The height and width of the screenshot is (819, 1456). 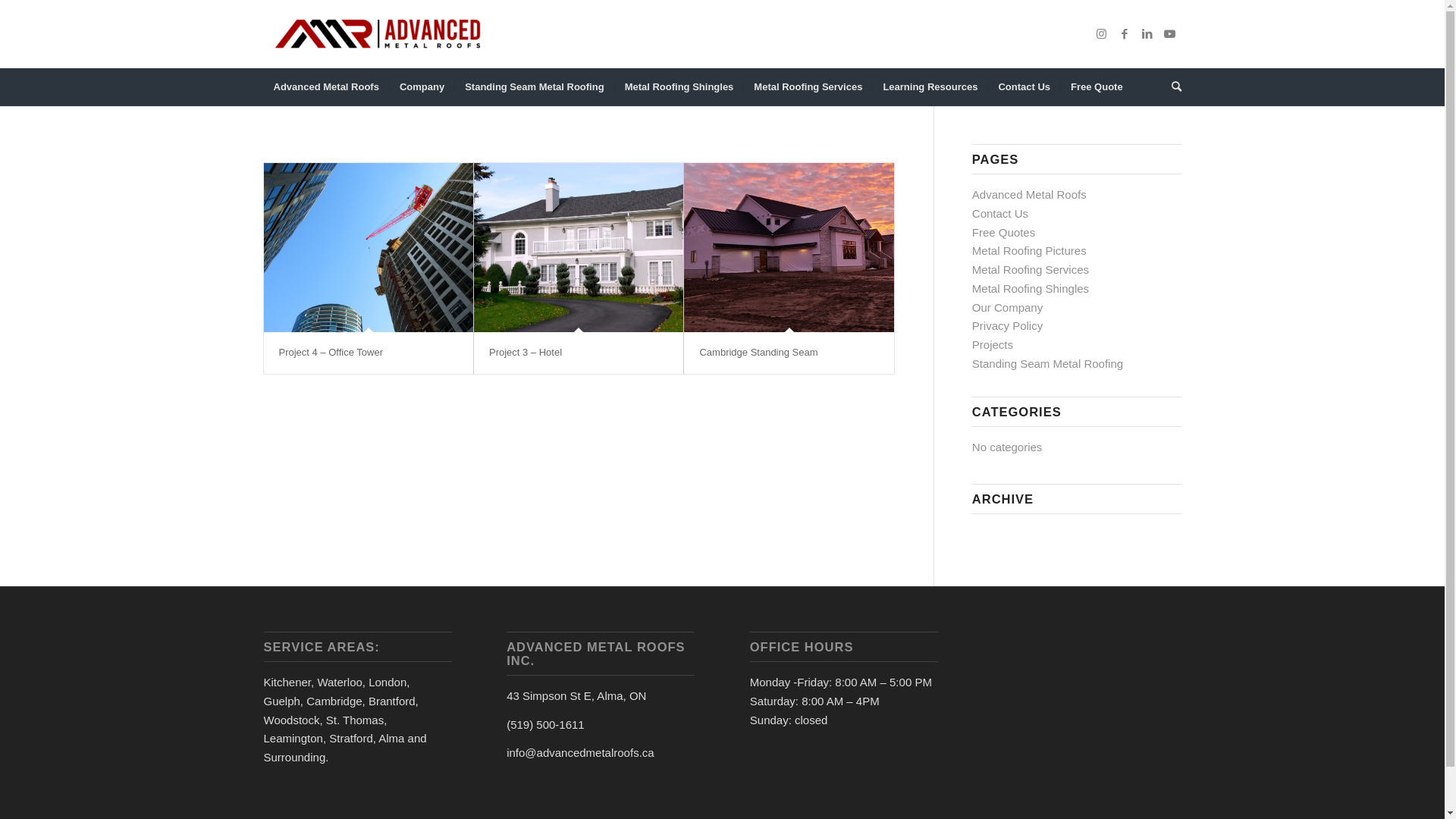 What do you see at coordinates (1029, 193) in the screenshot?
I see `'Advanced Metal Roofs'` at bounding box center [1029, 193].